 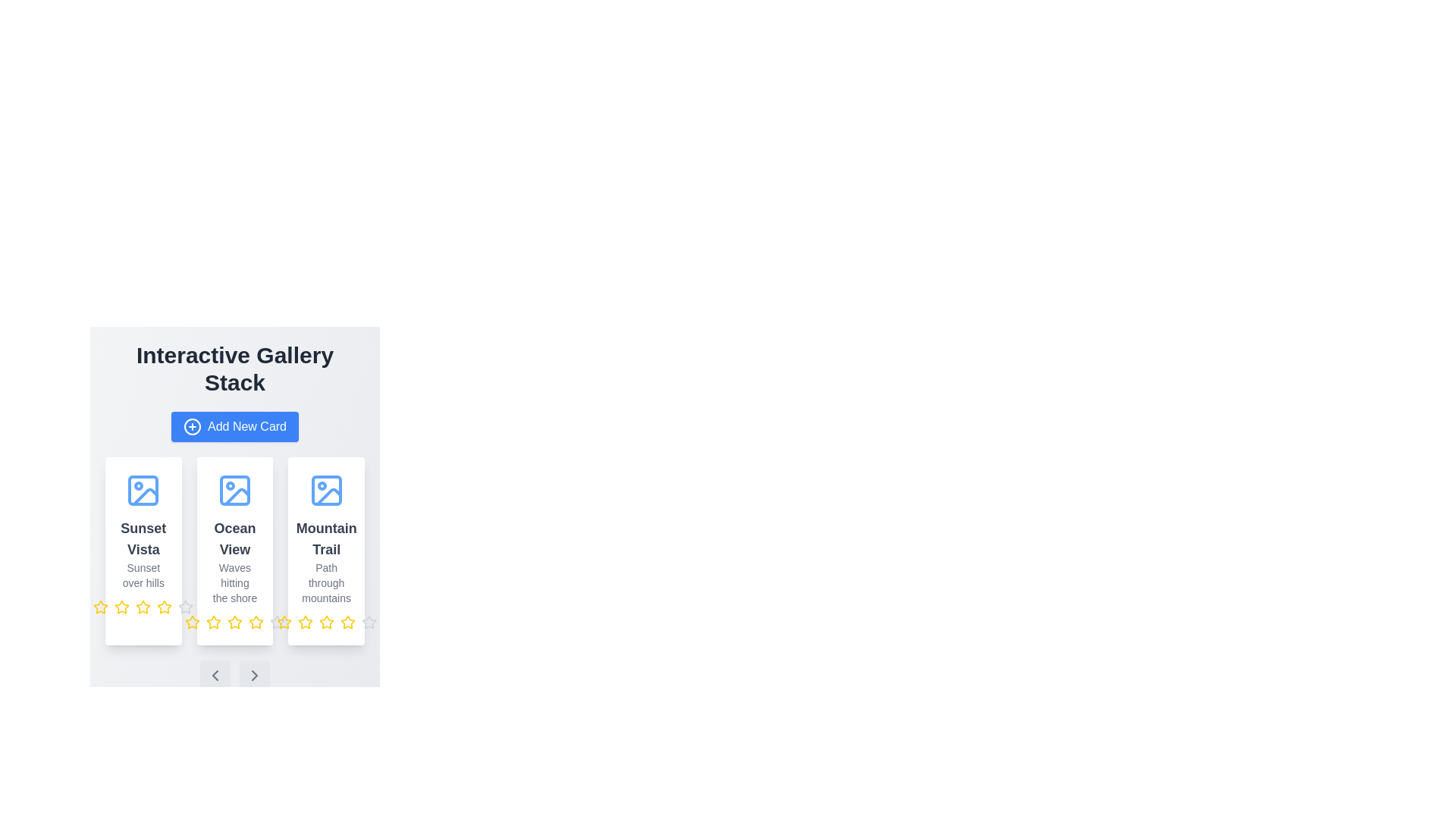 What do you see at coordinates (369, 622) in the screenshot?
I see `the hollow star icon, which is the rightmost star` at bounding box center [369, 622].